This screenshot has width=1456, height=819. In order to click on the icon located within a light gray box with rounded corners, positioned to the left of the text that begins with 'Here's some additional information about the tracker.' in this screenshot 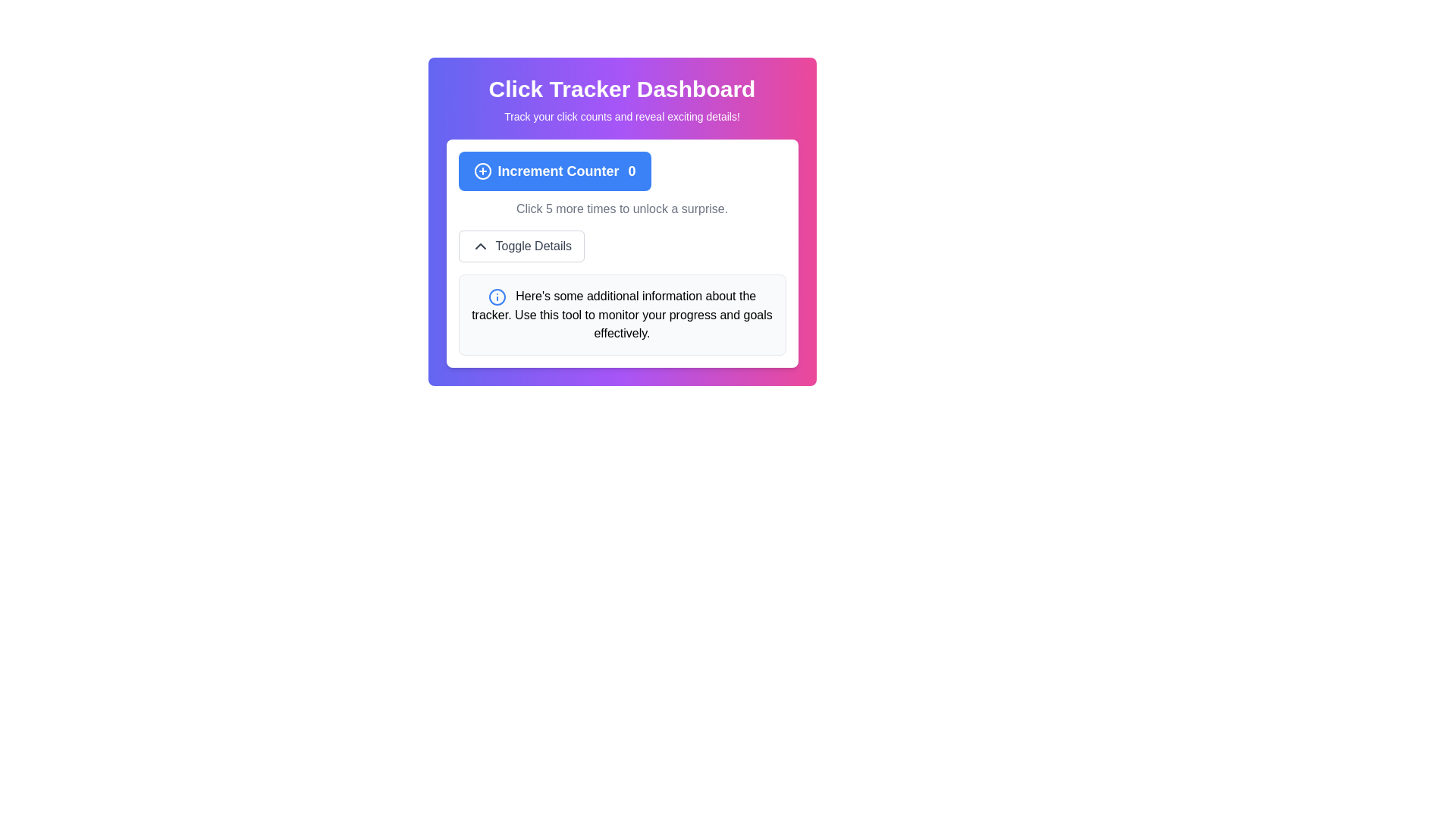, I will do `click(497, 297)`.